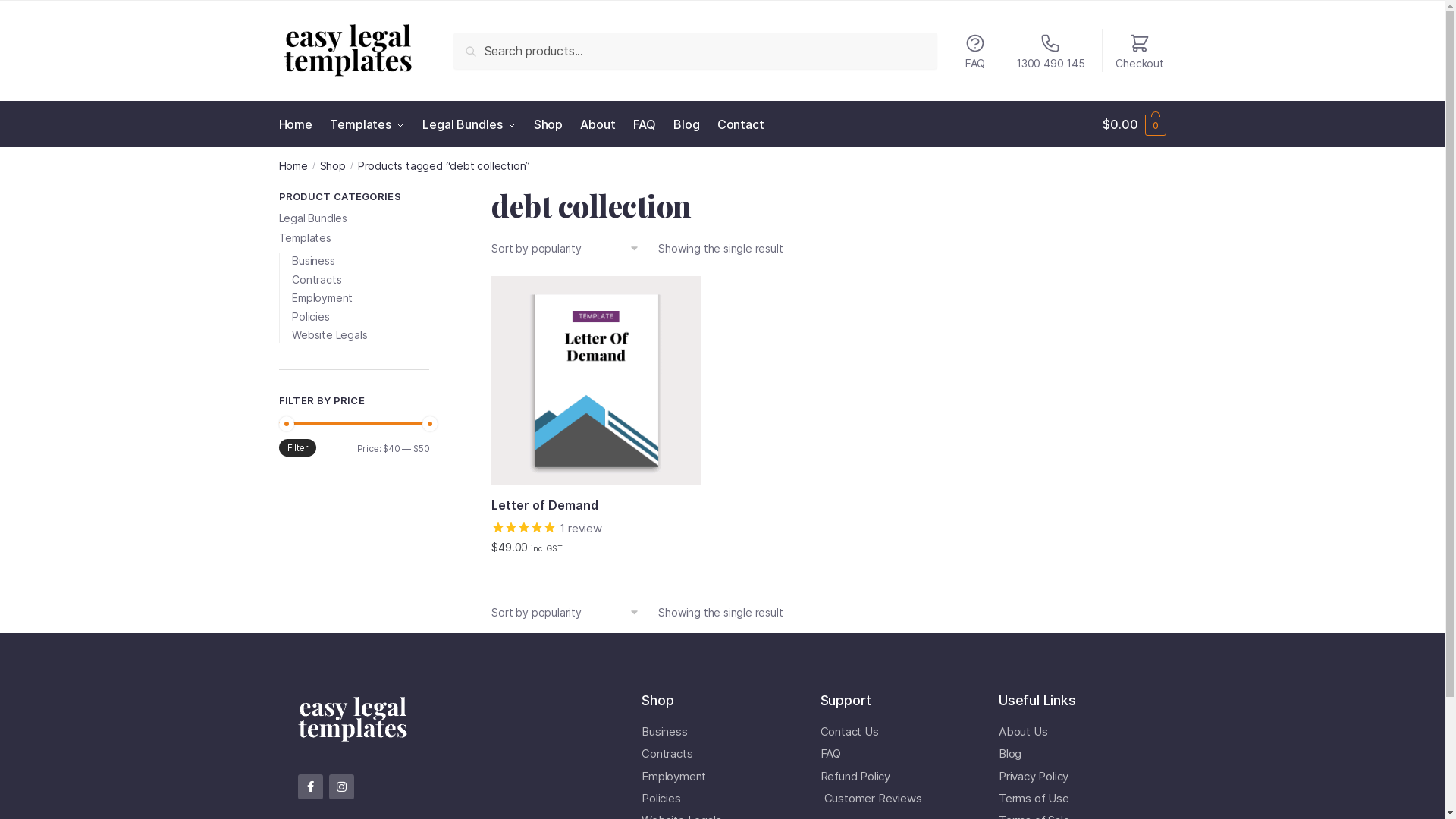 This screenshot has height=819, width=1456. Describe the element at coordinates (1072, 776) in the screenshot. I see `'Privacy Policy'` at that location.